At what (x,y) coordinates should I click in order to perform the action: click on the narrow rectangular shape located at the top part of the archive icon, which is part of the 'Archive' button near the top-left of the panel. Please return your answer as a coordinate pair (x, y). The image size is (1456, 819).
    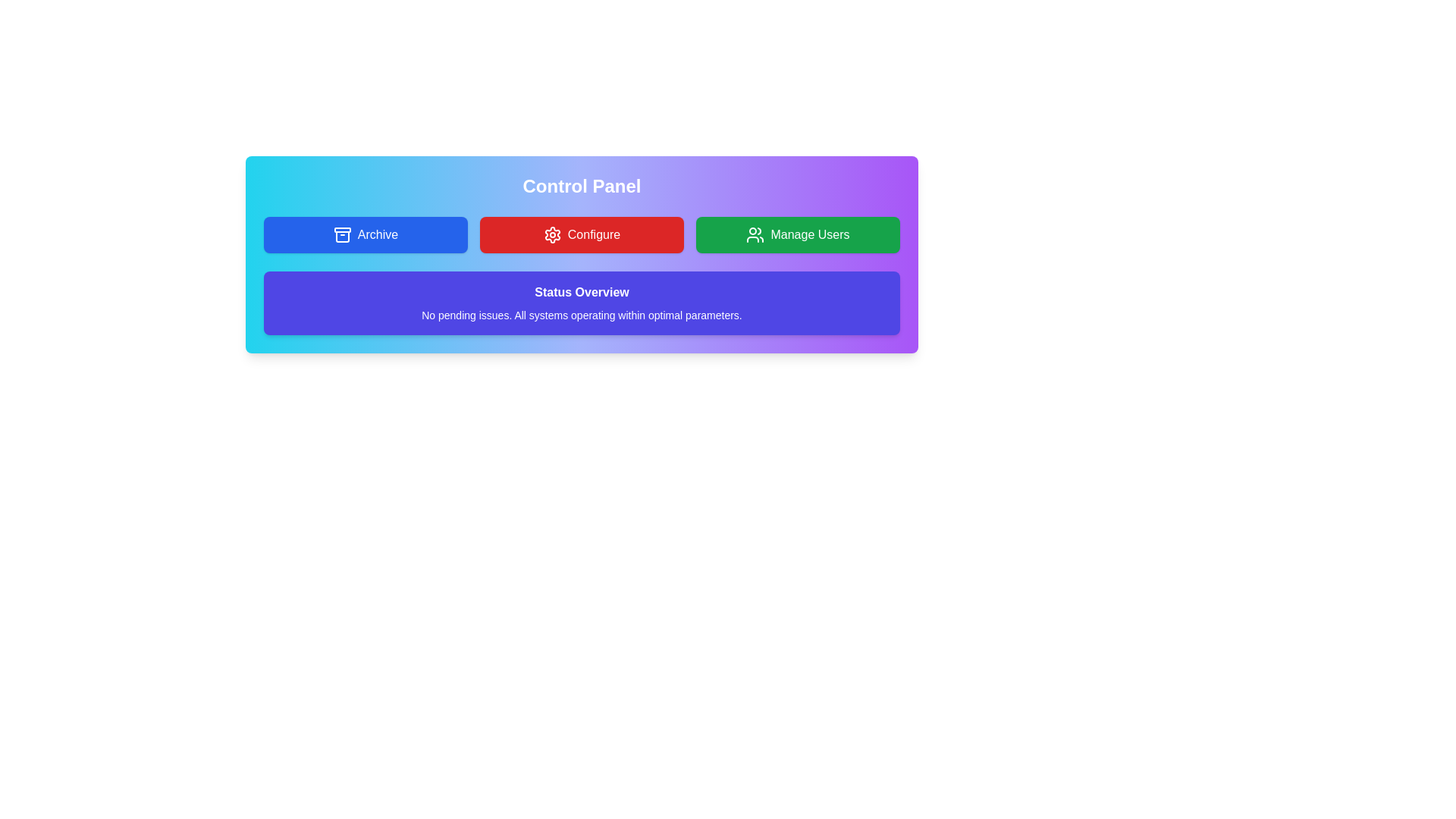
    Looking at the image, I should click on (341, 230).